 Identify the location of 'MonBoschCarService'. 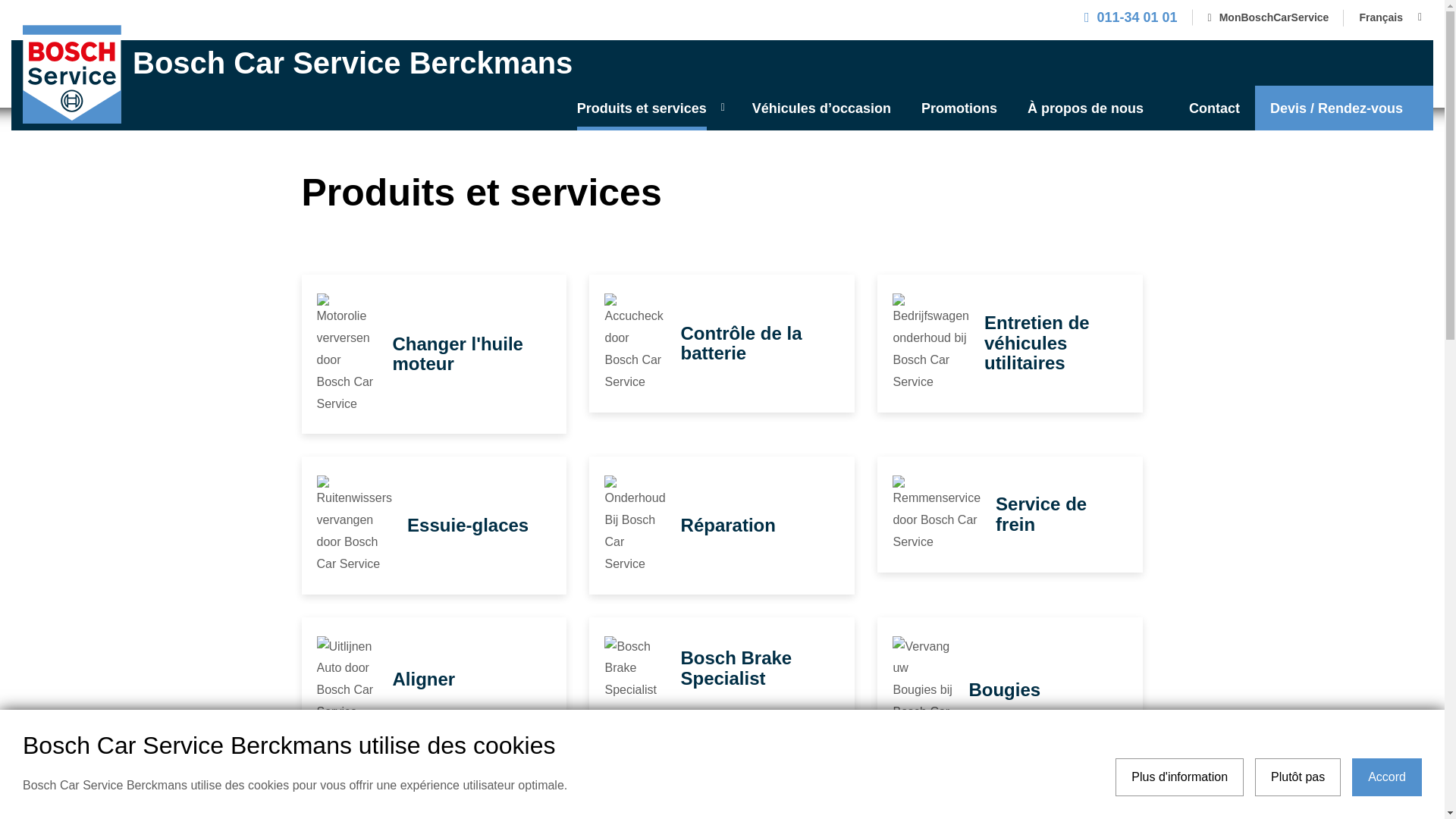
(1192, 17).